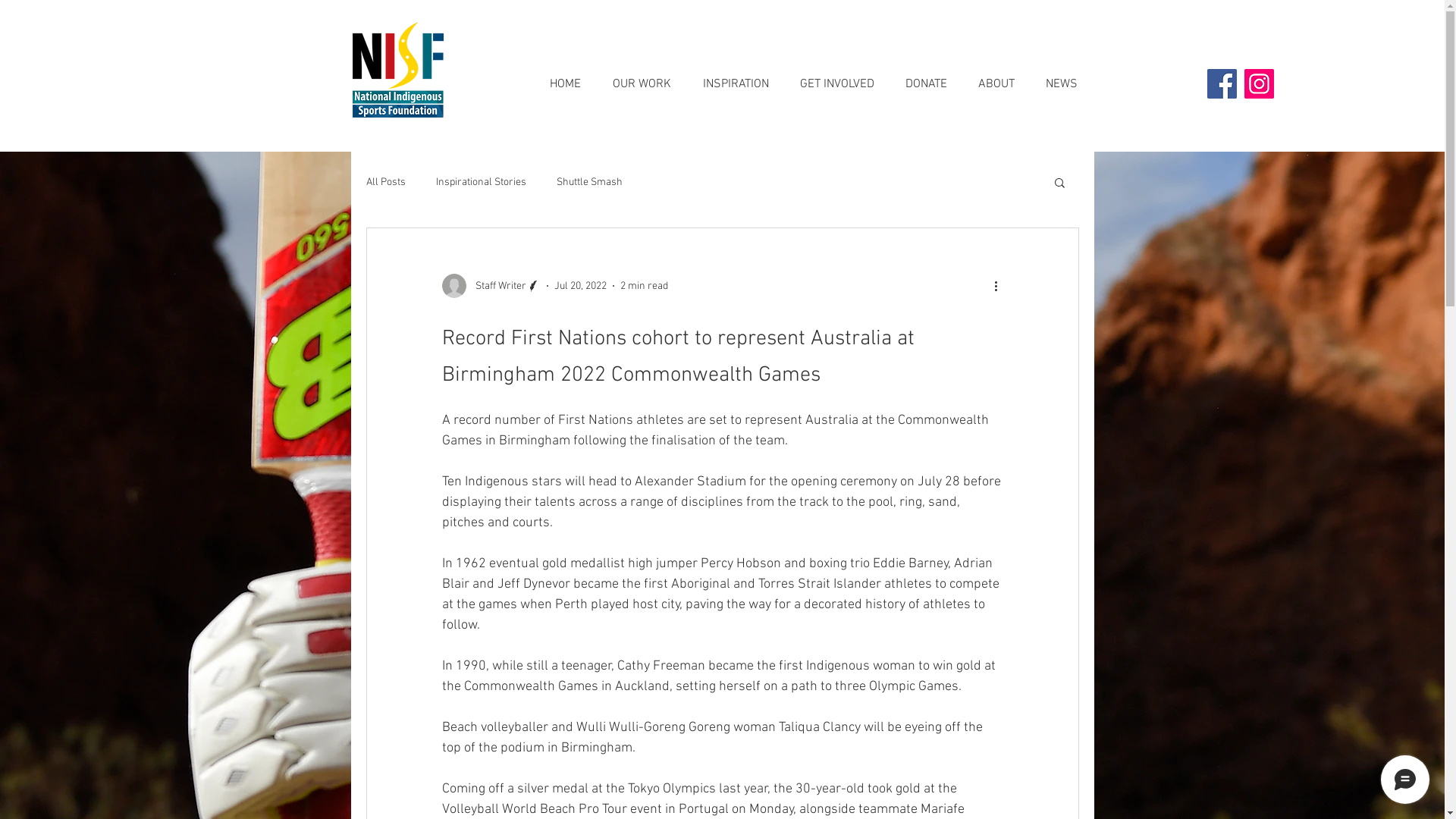 This screenshot has height=819, width=1456. Describe the element at coordinates (1060, 77) in the screenshot. I see `'NEWS'` at that location.